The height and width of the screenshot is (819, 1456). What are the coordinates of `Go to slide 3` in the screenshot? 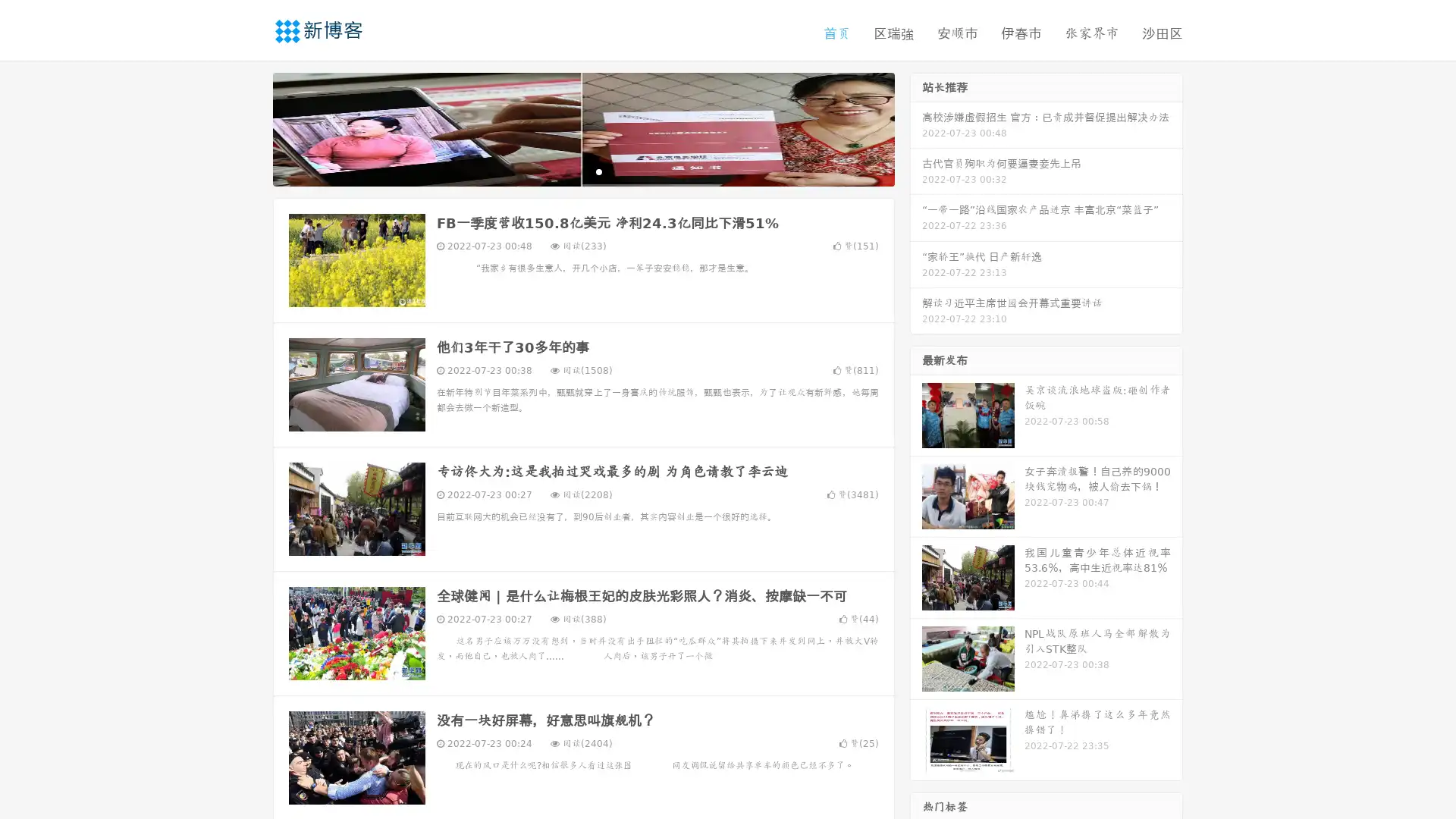 It's located at (598, 171).